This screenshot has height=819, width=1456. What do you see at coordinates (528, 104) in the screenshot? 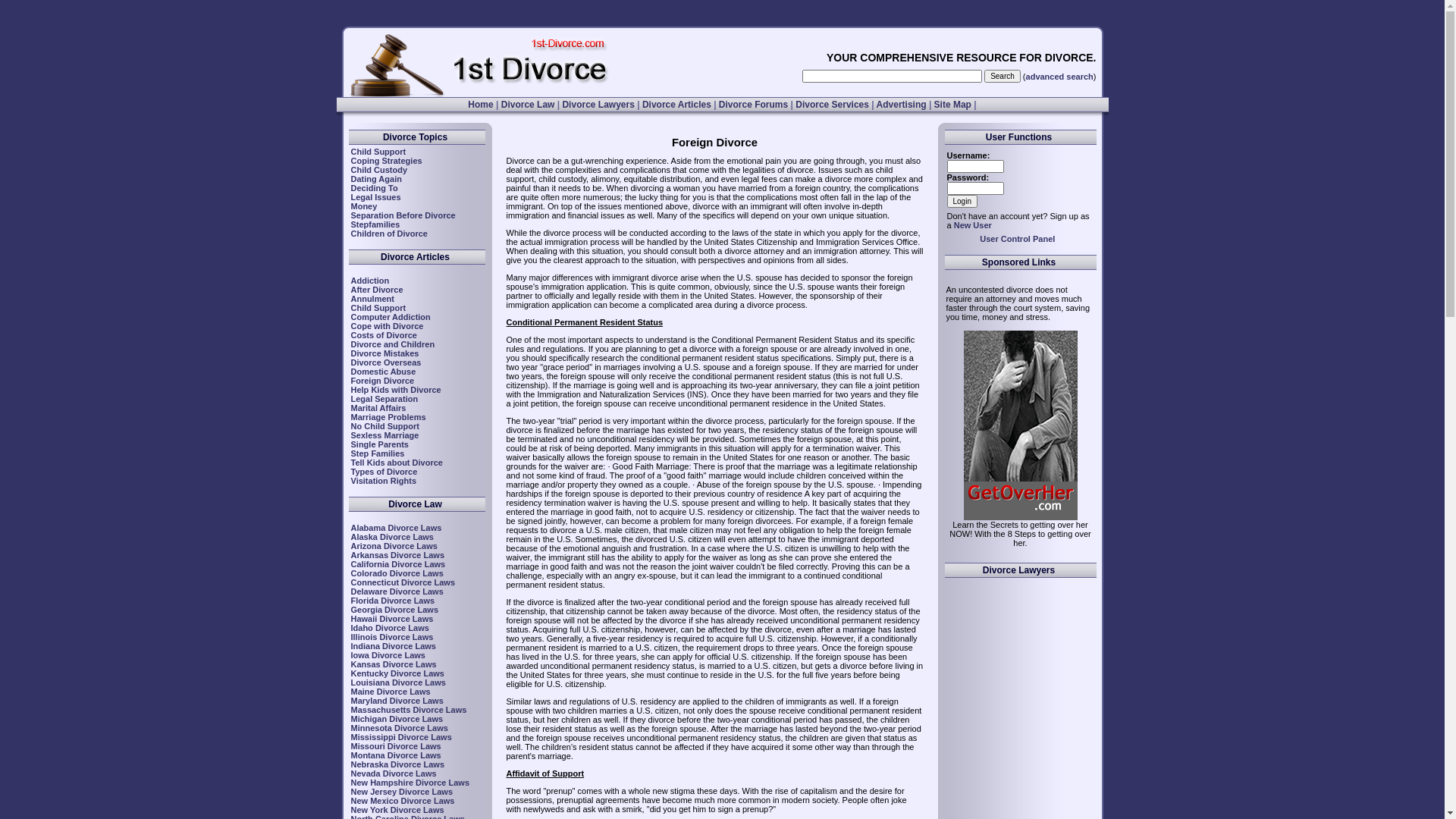
I see `'Divorce Law'` at bounding box center [528, 104].